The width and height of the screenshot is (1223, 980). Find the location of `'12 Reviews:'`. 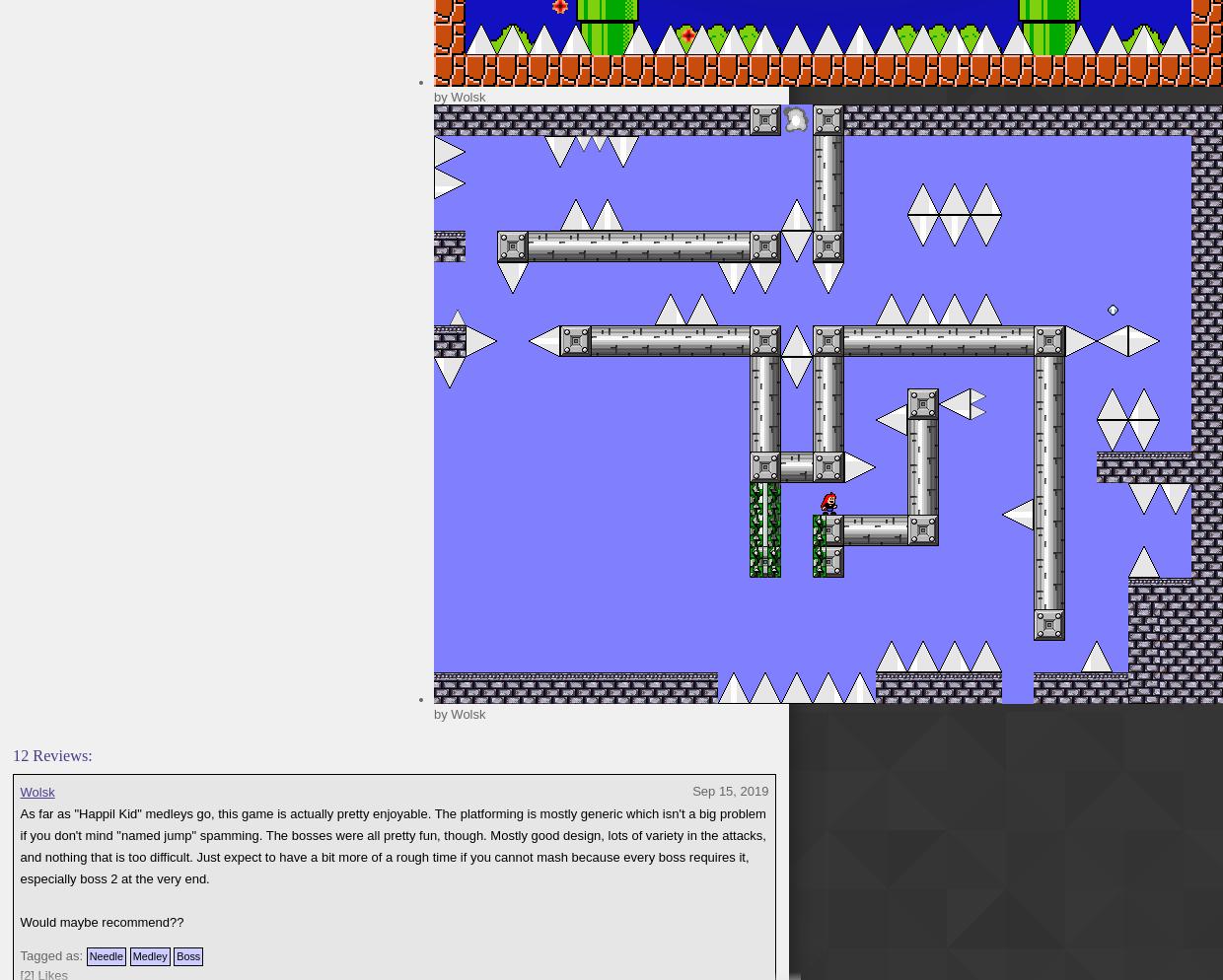

'12 Reviews:' is located at coordinates (12, 754).